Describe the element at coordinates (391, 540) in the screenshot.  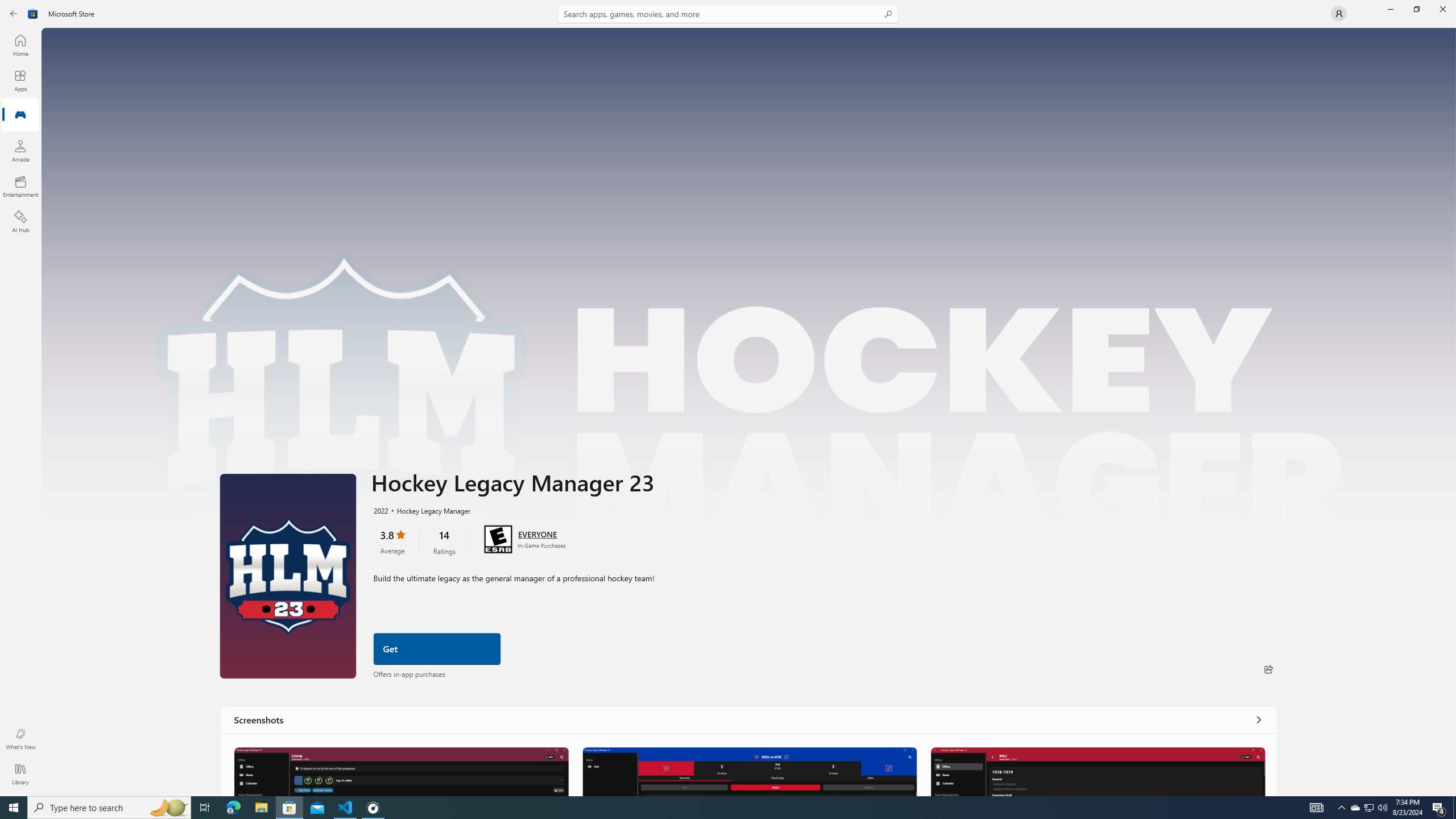
I see `'3.8 stars. Click to skip to ratings and reviews'` at that location.